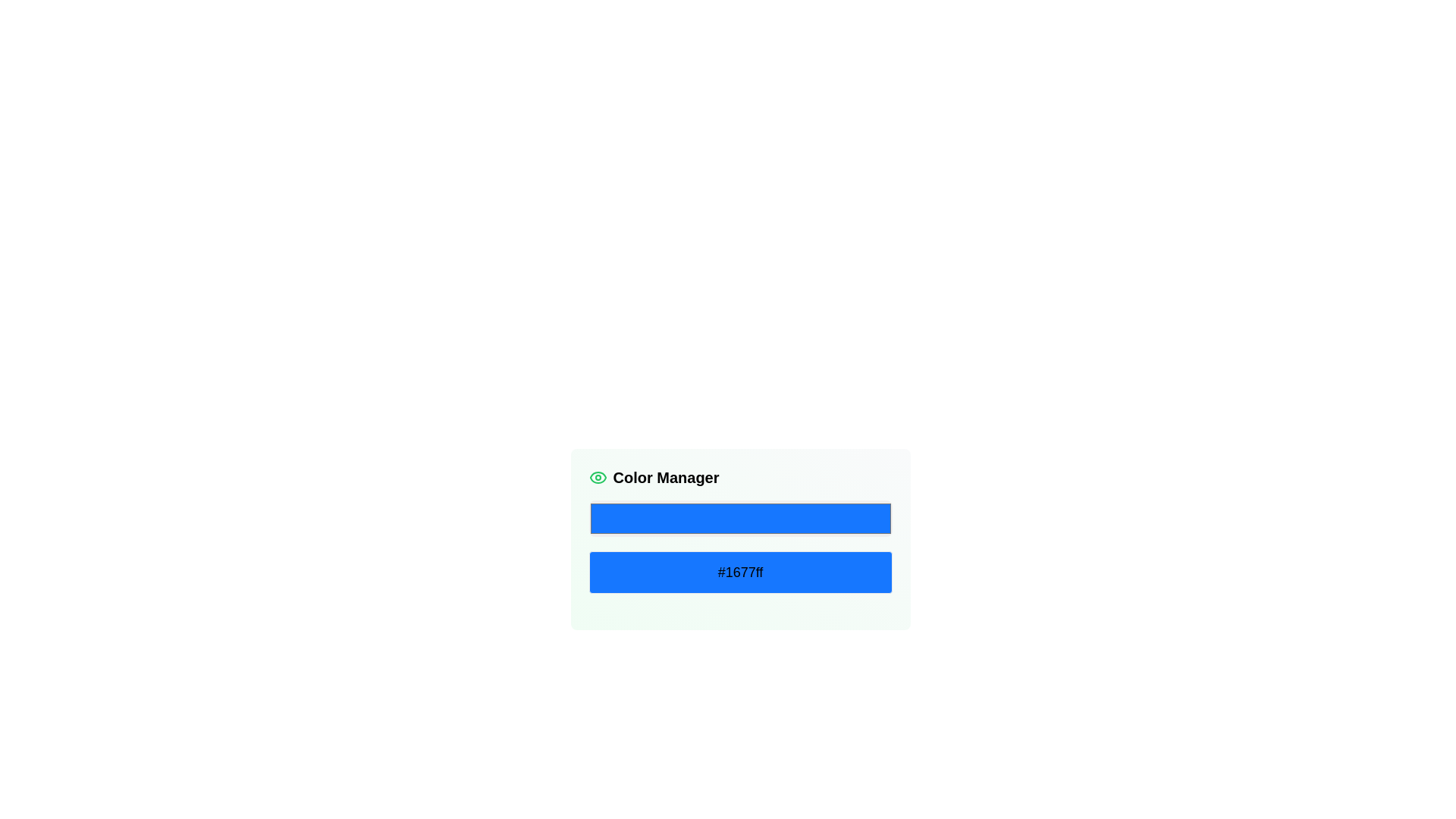  I want to click on the button-like informational display showing the hexadecimal color value '#1677ff' located at the bottom of the 'Color Manager' component, so click(740, 573).